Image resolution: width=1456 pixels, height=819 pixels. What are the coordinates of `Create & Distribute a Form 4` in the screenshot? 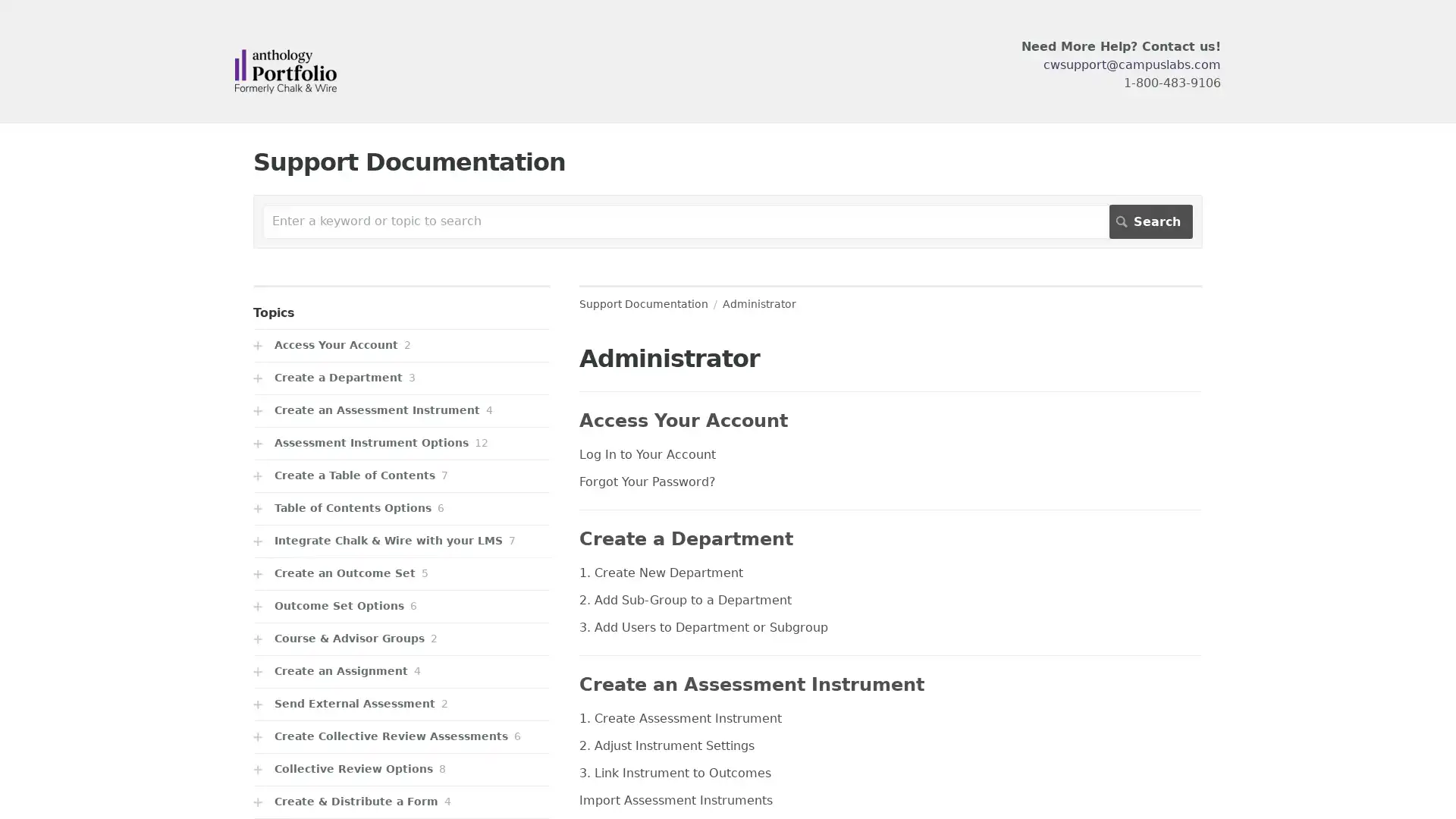 It's located at (401, 801).